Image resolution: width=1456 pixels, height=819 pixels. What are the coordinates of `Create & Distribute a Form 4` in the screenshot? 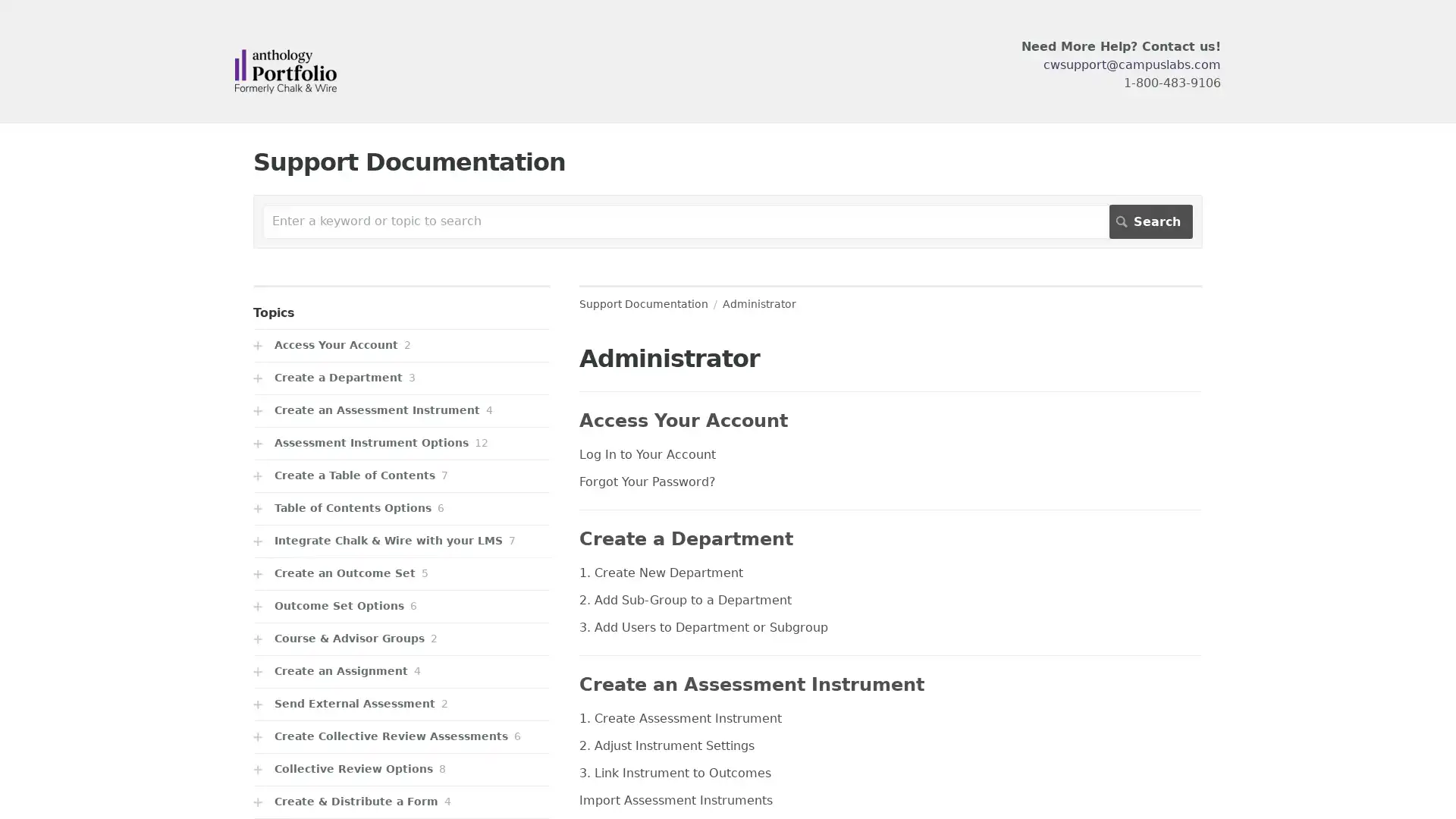 It's located at (401, 801).